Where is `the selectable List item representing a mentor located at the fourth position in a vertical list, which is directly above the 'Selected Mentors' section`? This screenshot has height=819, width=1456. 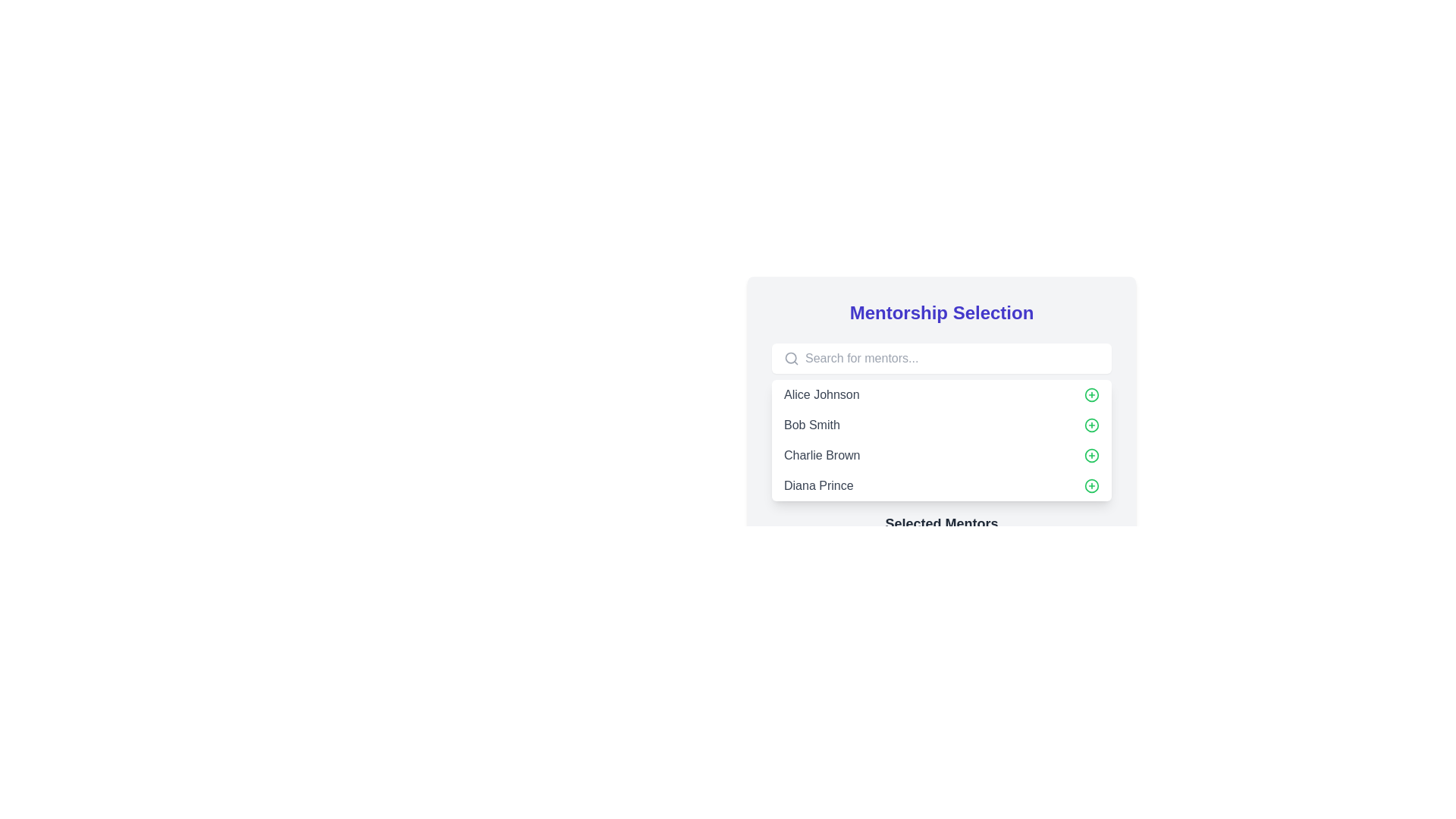 the selectable List item representing a mentor located at the fourth position in a vertical list, which is directly above the 'Selected Mentors' section is located at coordinates (941, 485).